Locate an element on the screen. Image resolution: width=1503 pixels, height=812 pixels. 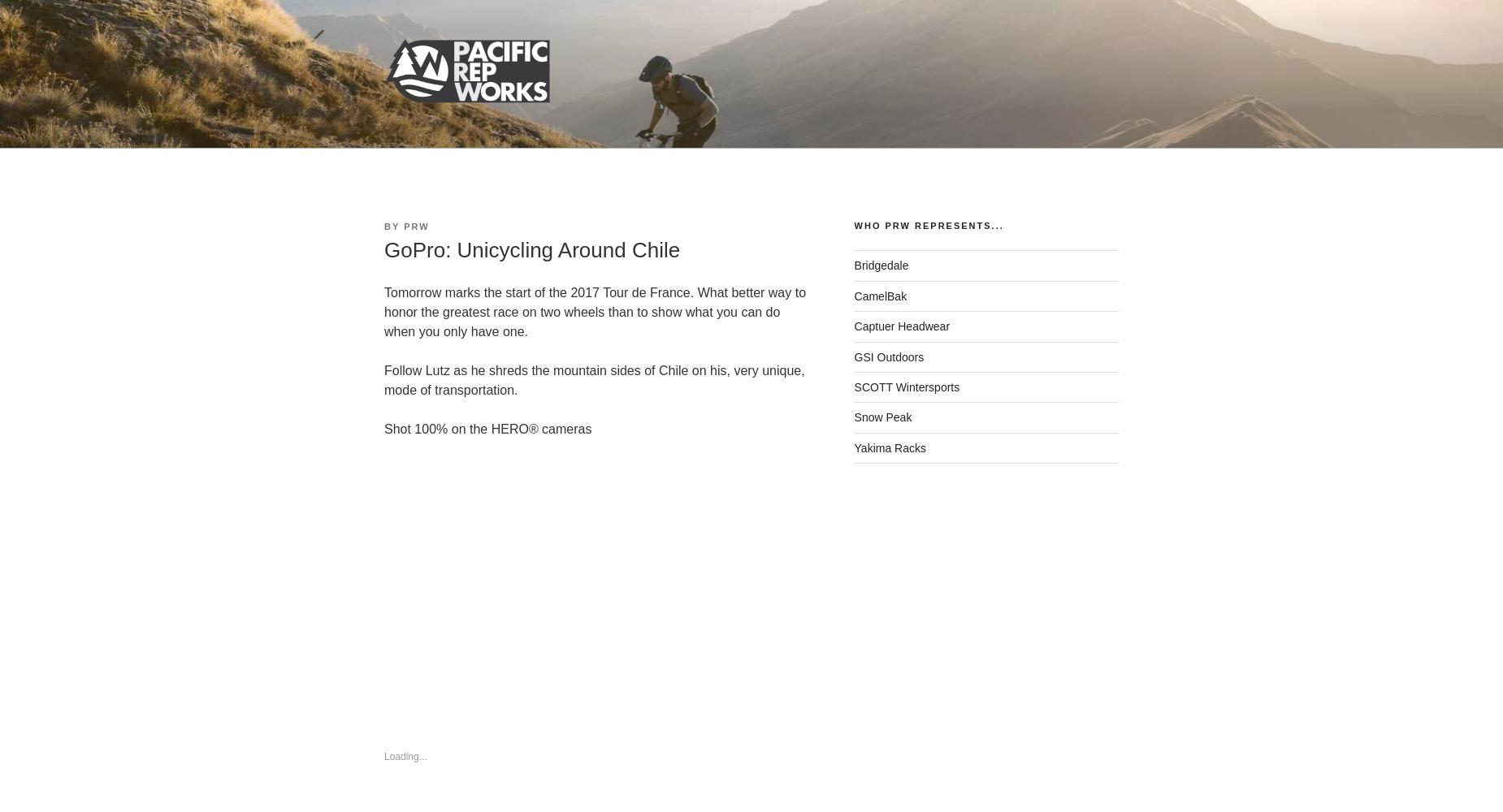
'Follow Lutz as he shreds the mountain sides of Chile on his, very unique, mode of transportation.' is located at coordinates (594, 379).